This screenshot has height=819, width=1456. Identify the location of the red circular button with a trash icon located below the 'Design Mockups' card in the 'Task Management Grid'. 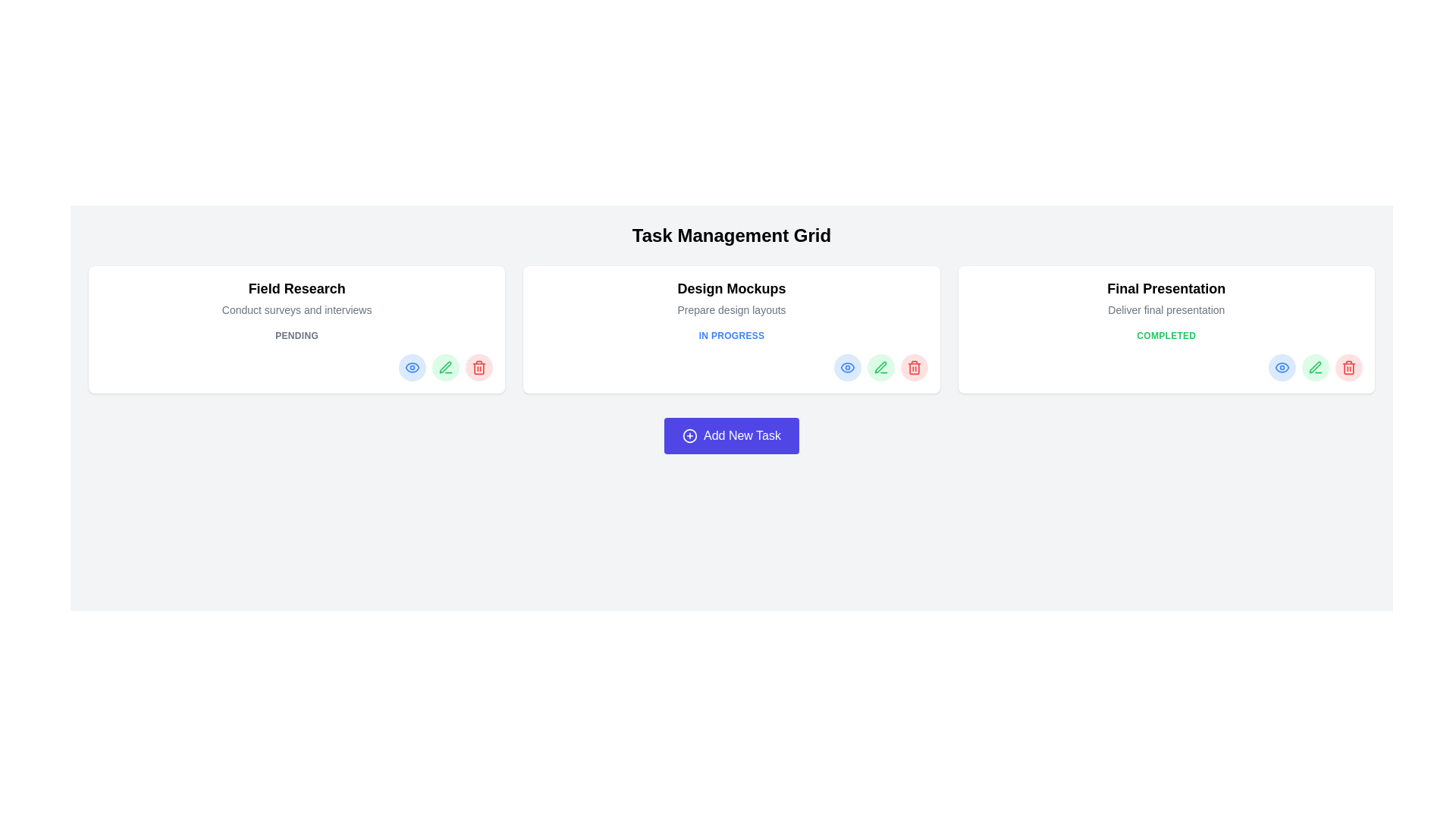
(913, 368).